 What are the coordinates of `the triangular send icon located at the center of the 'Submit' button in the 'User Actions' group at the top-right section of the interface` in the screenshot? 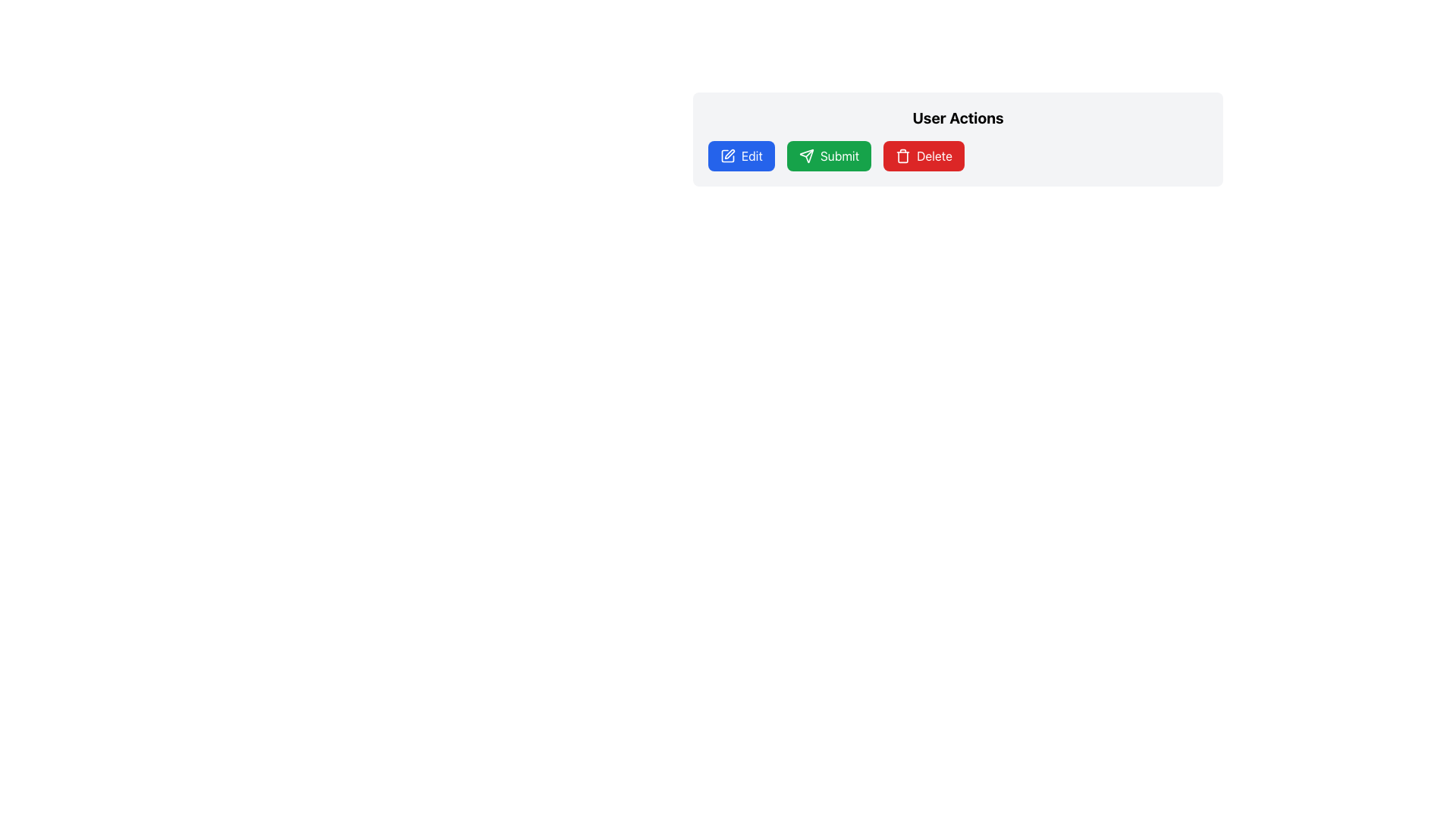 It's located at (805, 155).